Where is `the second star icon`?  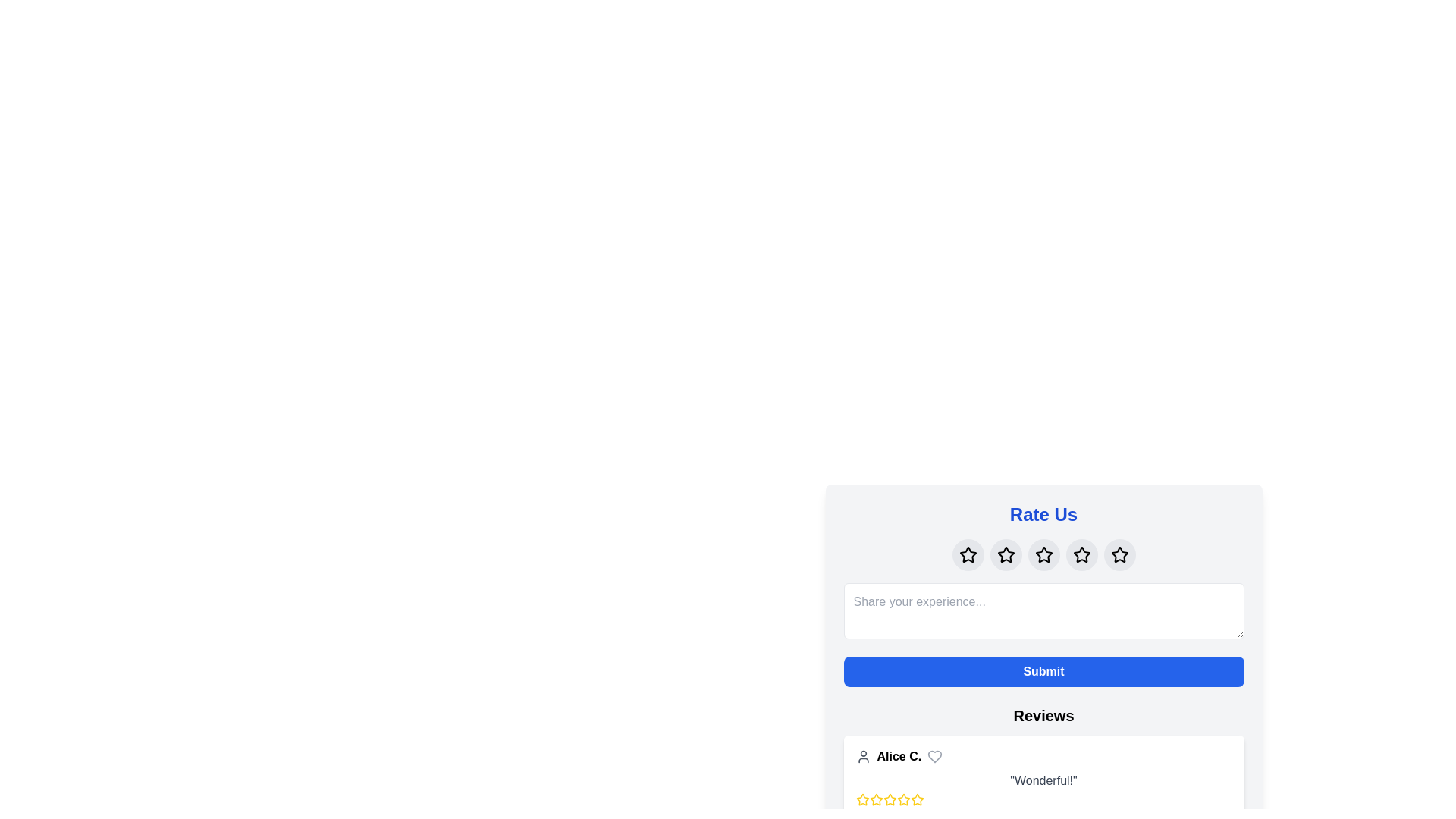
the second star icon is located at coordinates (876, 799).